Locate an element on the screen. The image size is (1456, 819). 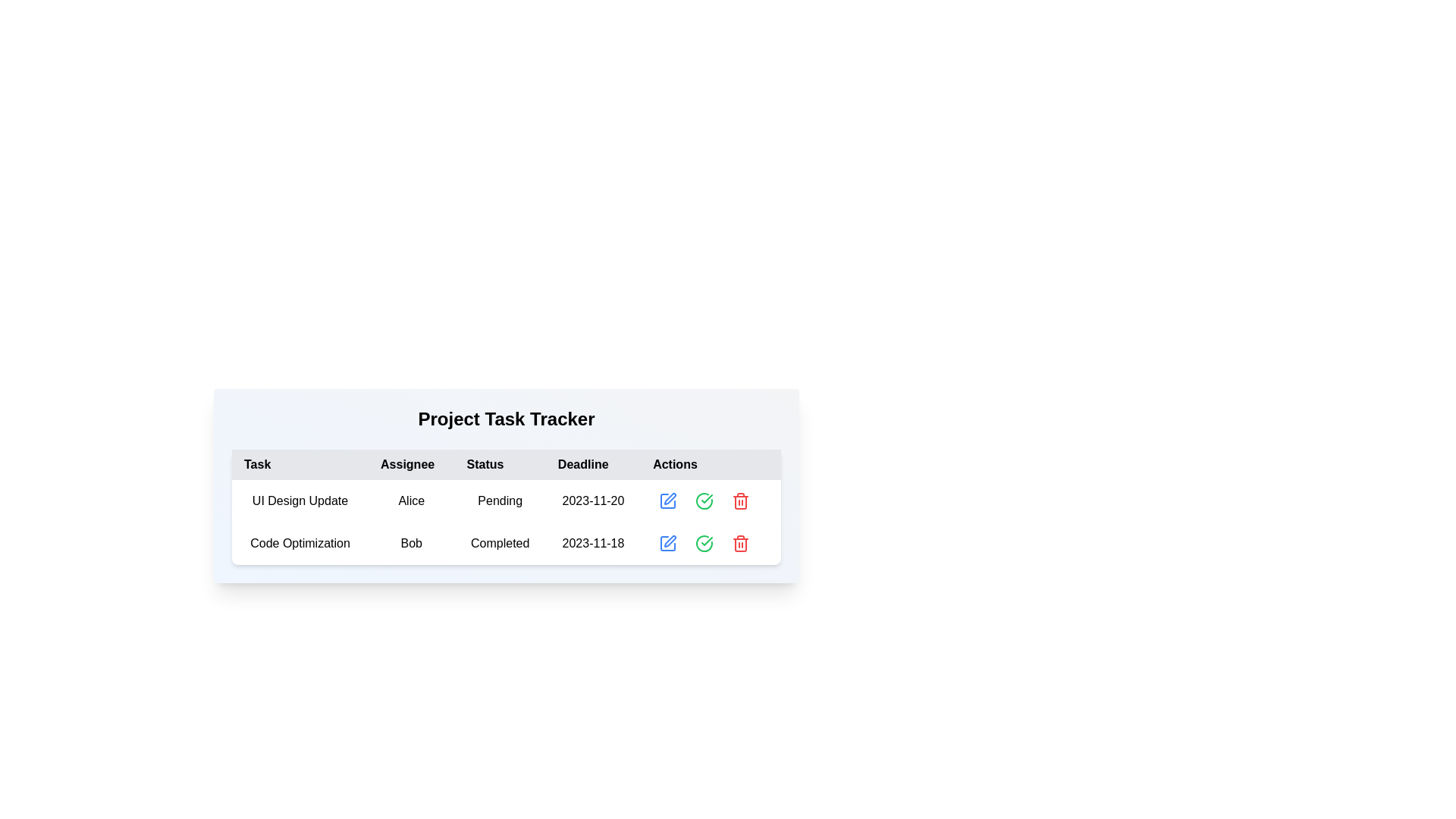
the confirmation action icon for the completed task 'Code Optimization' located in the 'Actions' column of the second row of the table is located at coordinates (706, 540).